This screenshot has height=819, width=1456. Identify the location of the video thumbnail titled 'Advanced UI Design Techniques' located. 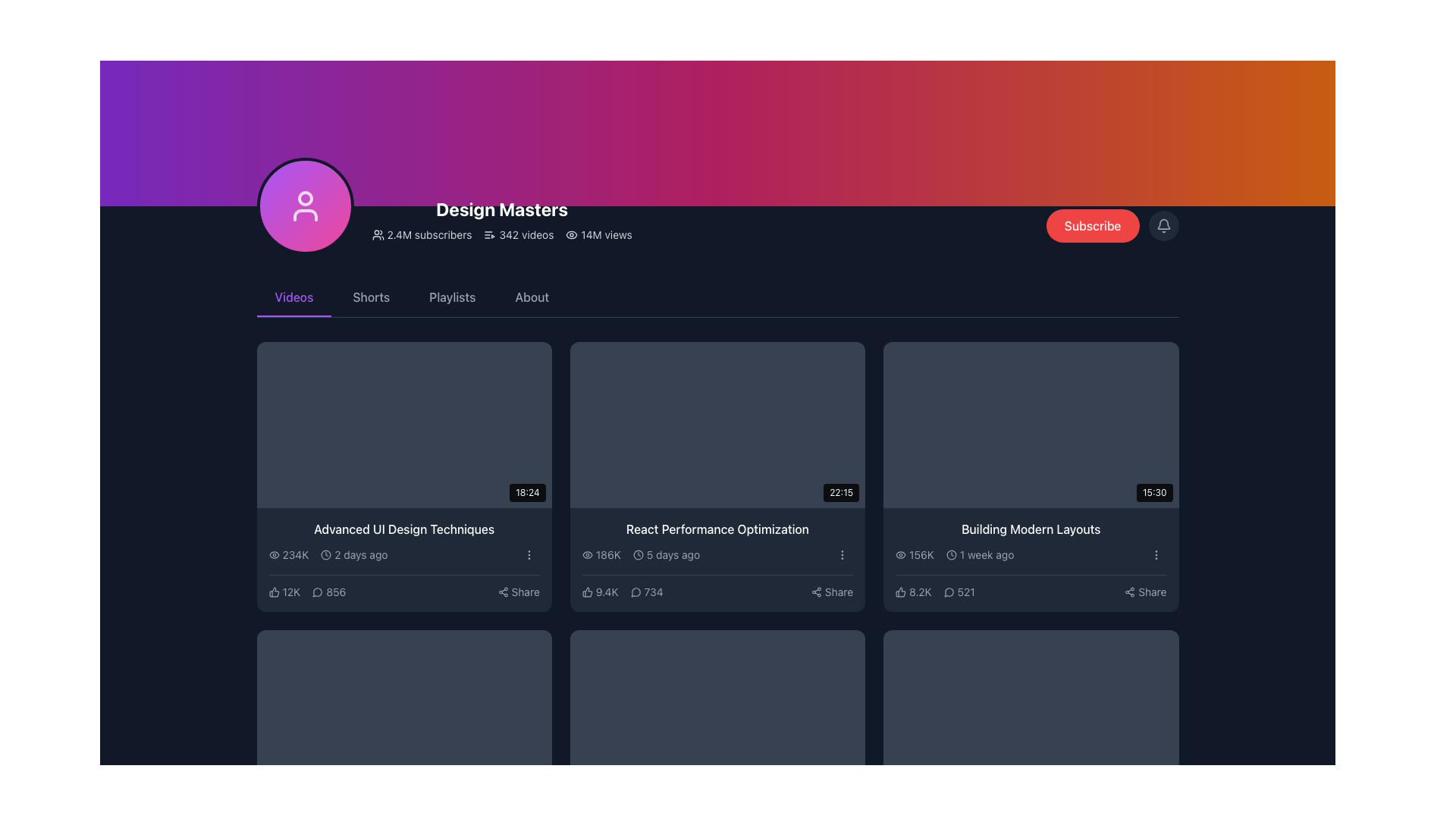
(404, 425).